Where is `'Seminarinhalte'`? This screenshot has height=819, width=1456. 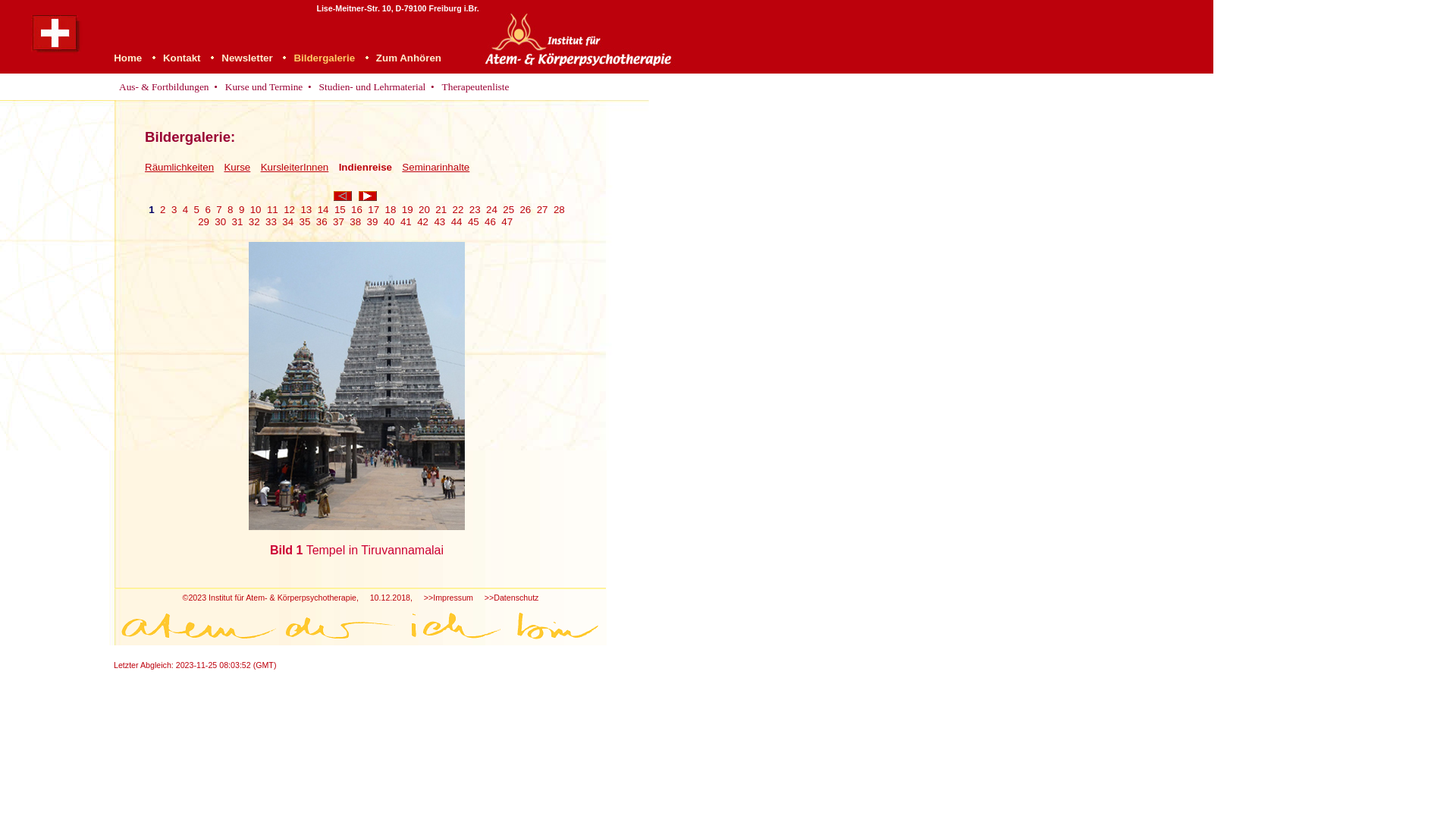
'Seminarinhalte' is located at coordinates (435, 167).